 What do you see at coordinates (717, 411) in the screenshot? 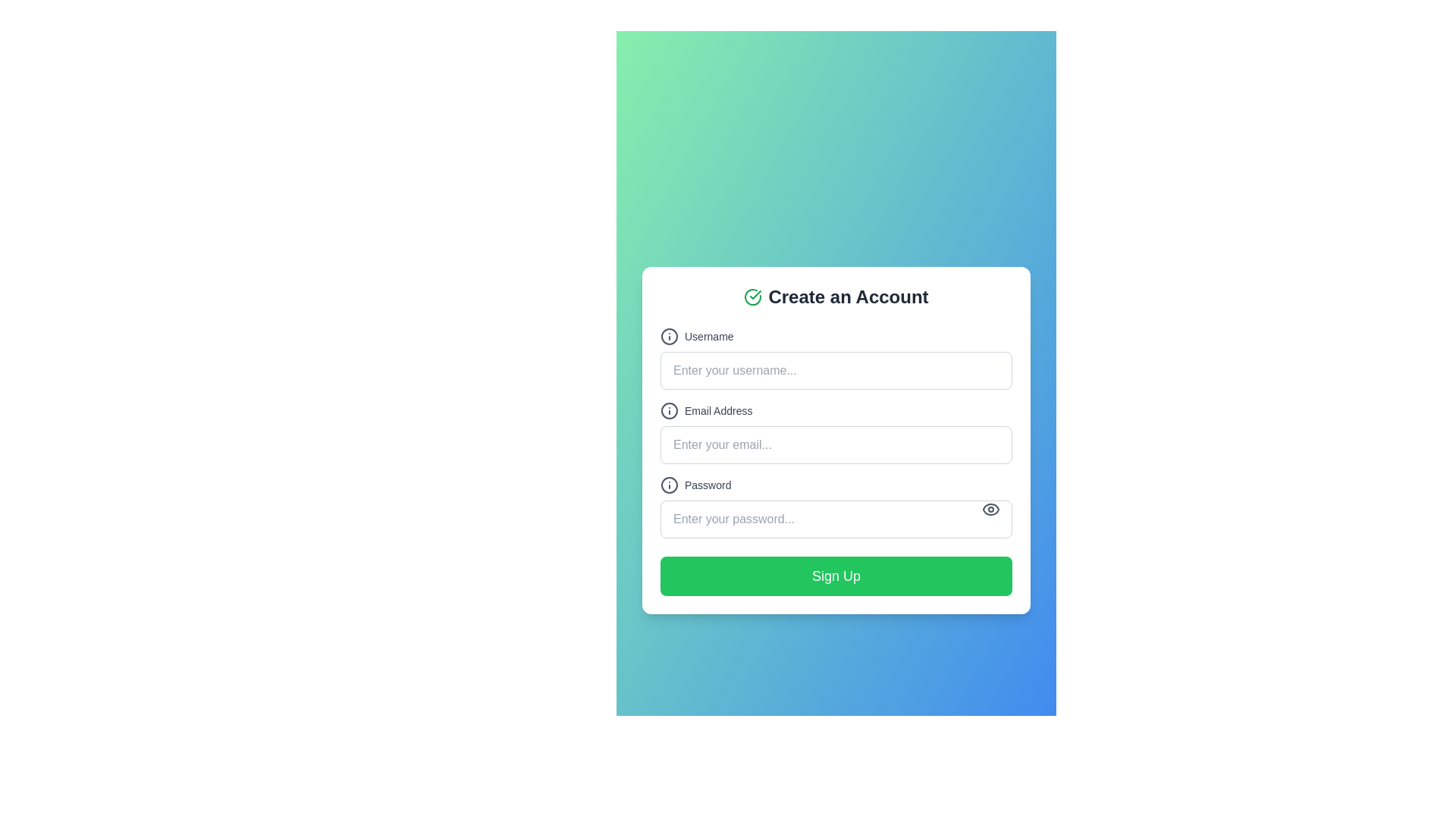
I see `the text label that describes the email input field, positioned between an 'i' icon and the email input box` at bounding box center [717, 411].